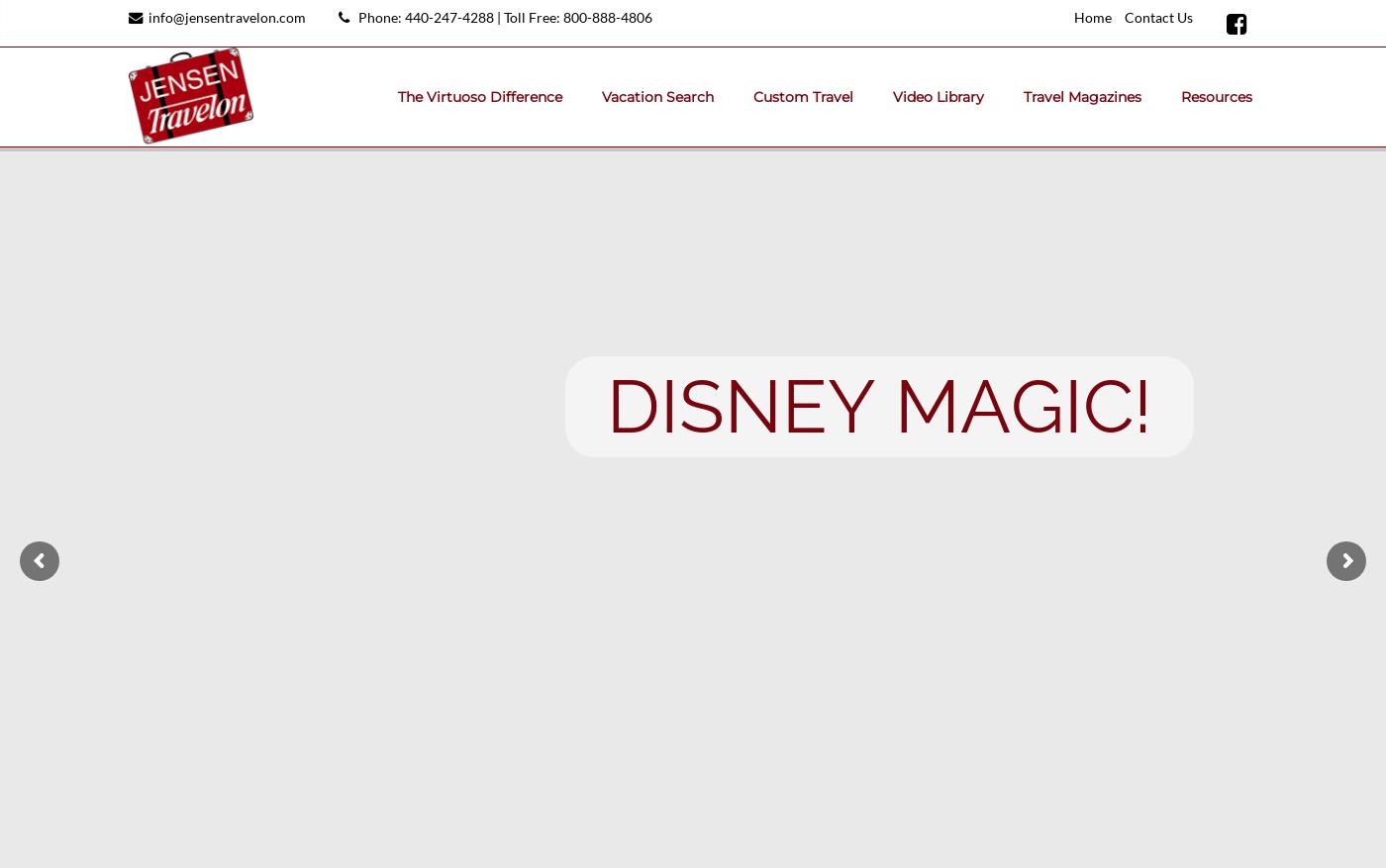  I want to click on 'Vacation Search', so click(657, 96).